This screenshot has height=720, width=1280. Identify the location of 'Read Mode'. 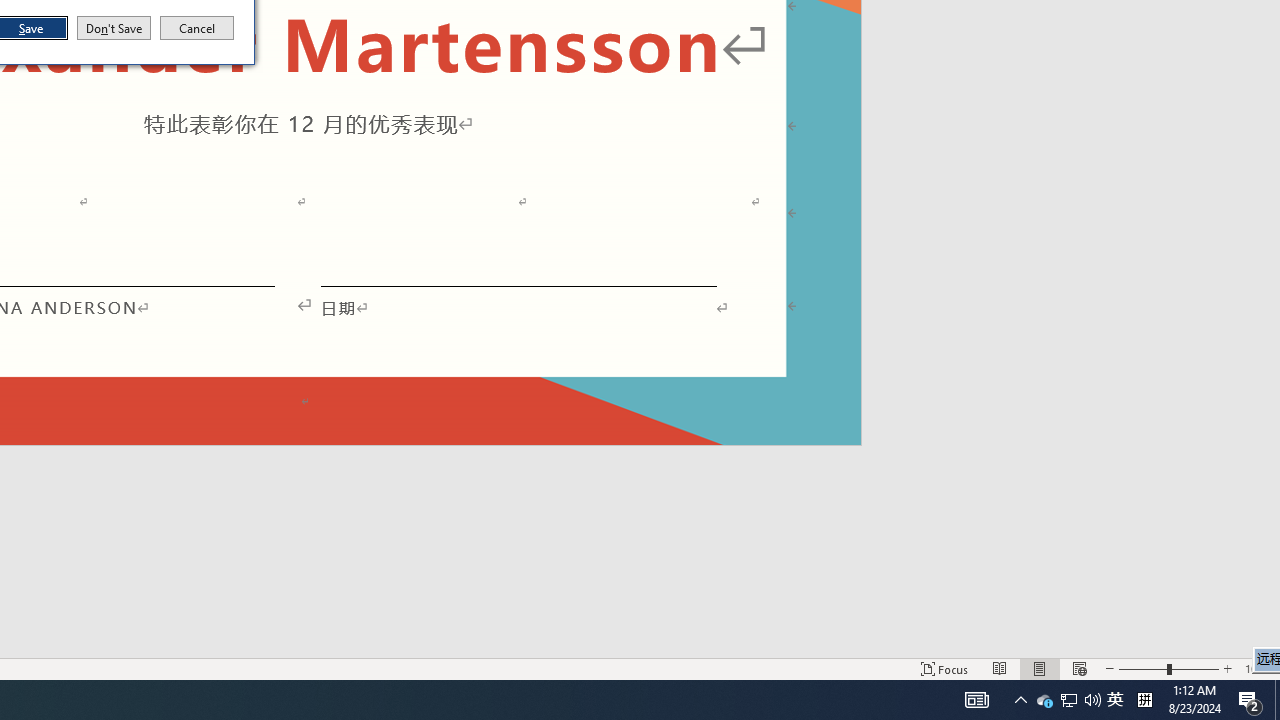
(1000, 669).